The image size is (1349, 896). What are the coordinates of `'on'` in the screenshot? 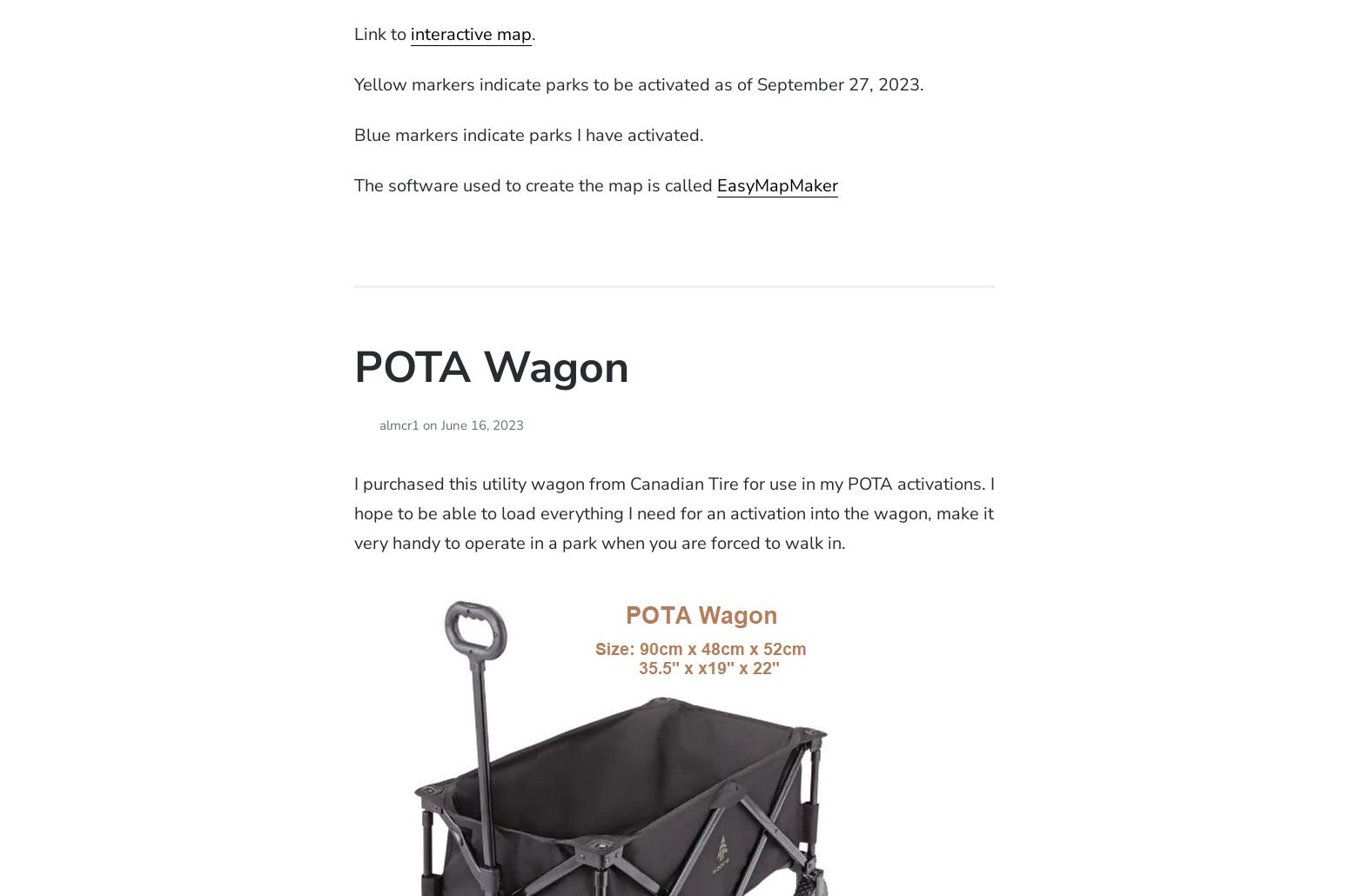 It's located at (428, 425).